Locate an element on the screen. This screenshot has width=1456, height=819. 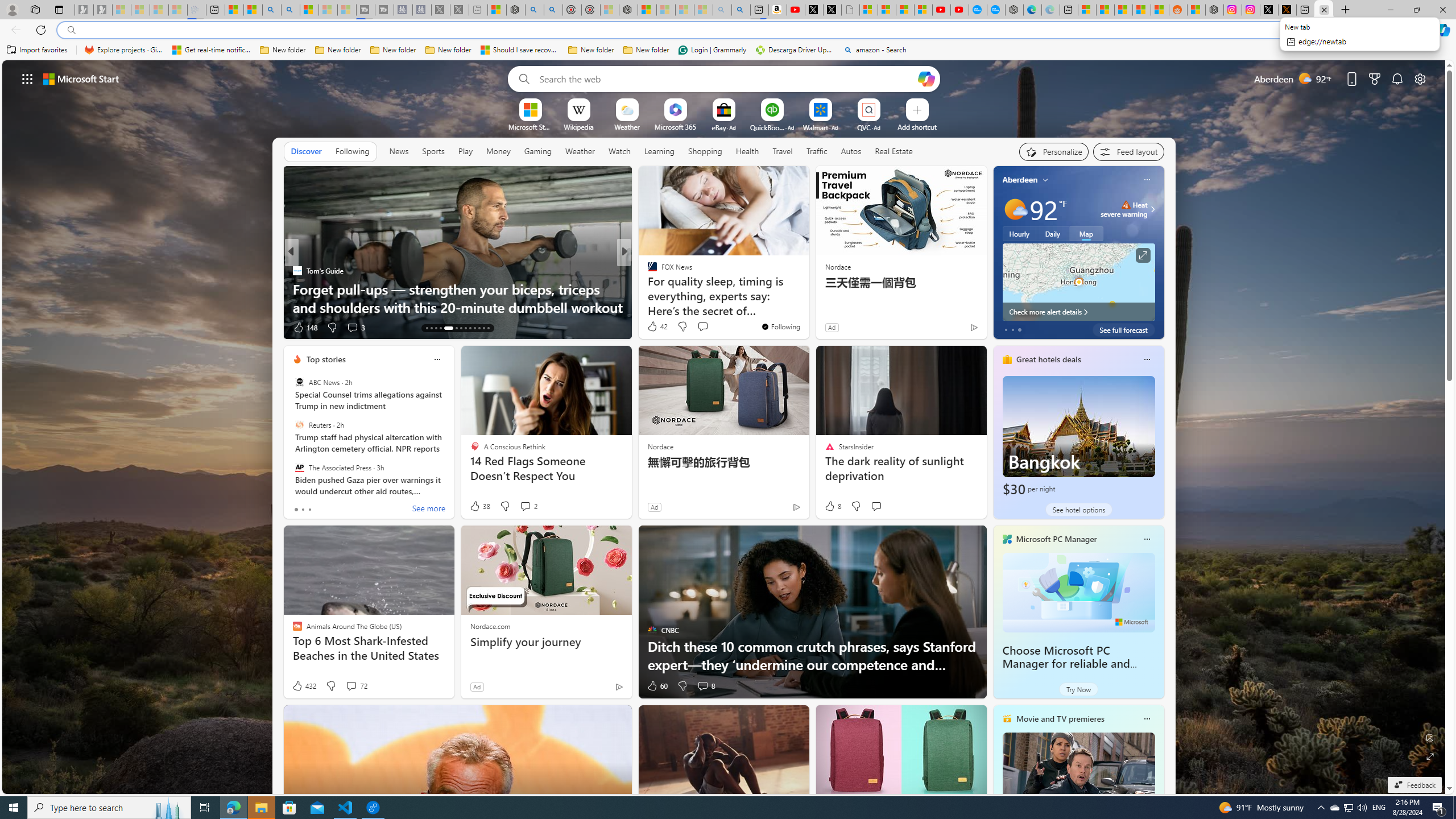
'View comments 4 Comment' is located at coordinates (702, 327).